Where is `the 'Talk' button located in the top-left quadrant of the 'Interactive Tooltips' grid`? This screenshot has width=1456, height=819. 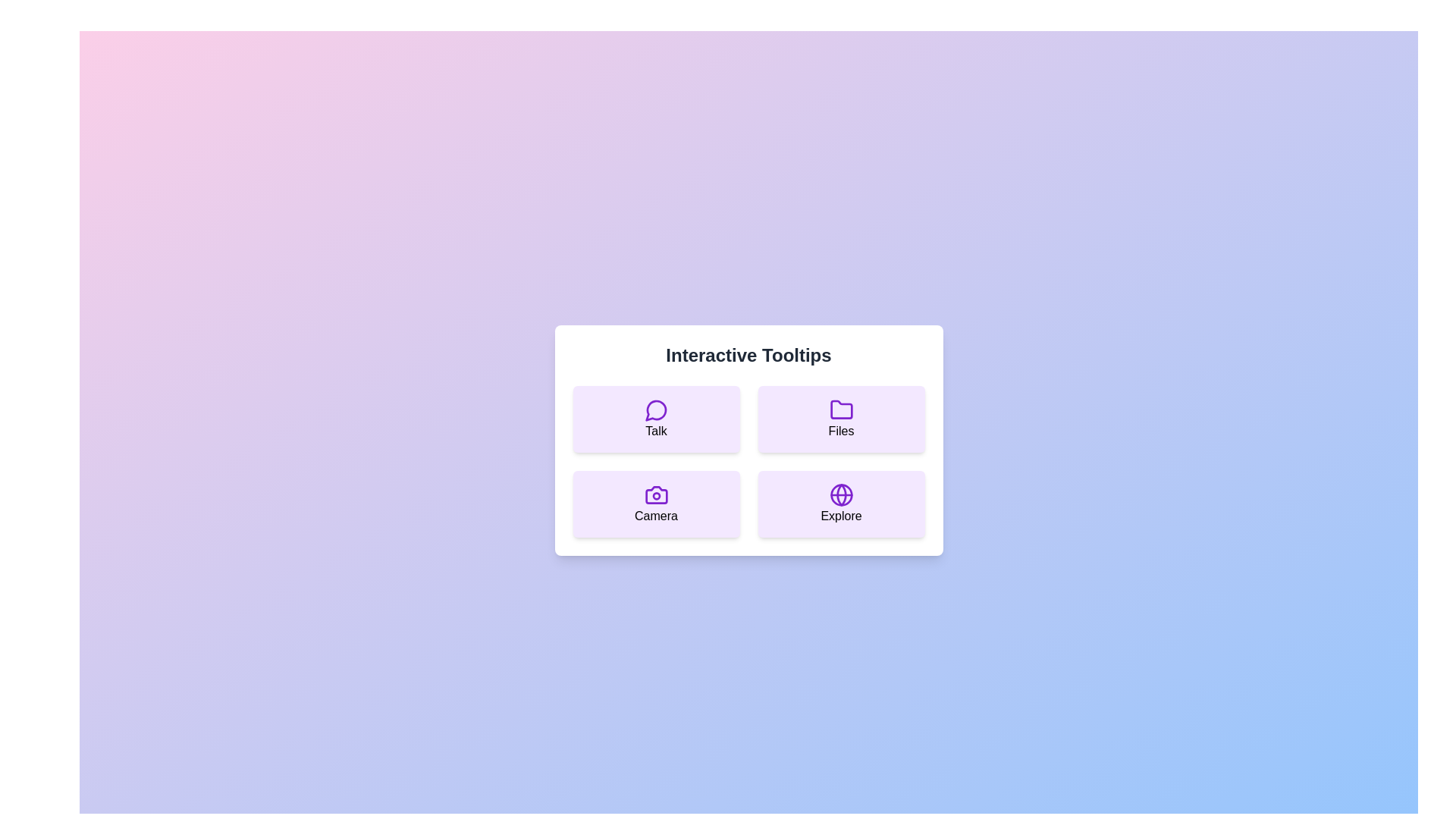
the 'Talk' button located in the top-left quadrant of the 'Interactive Tooltips' grid is located at coordinates (656, 419).